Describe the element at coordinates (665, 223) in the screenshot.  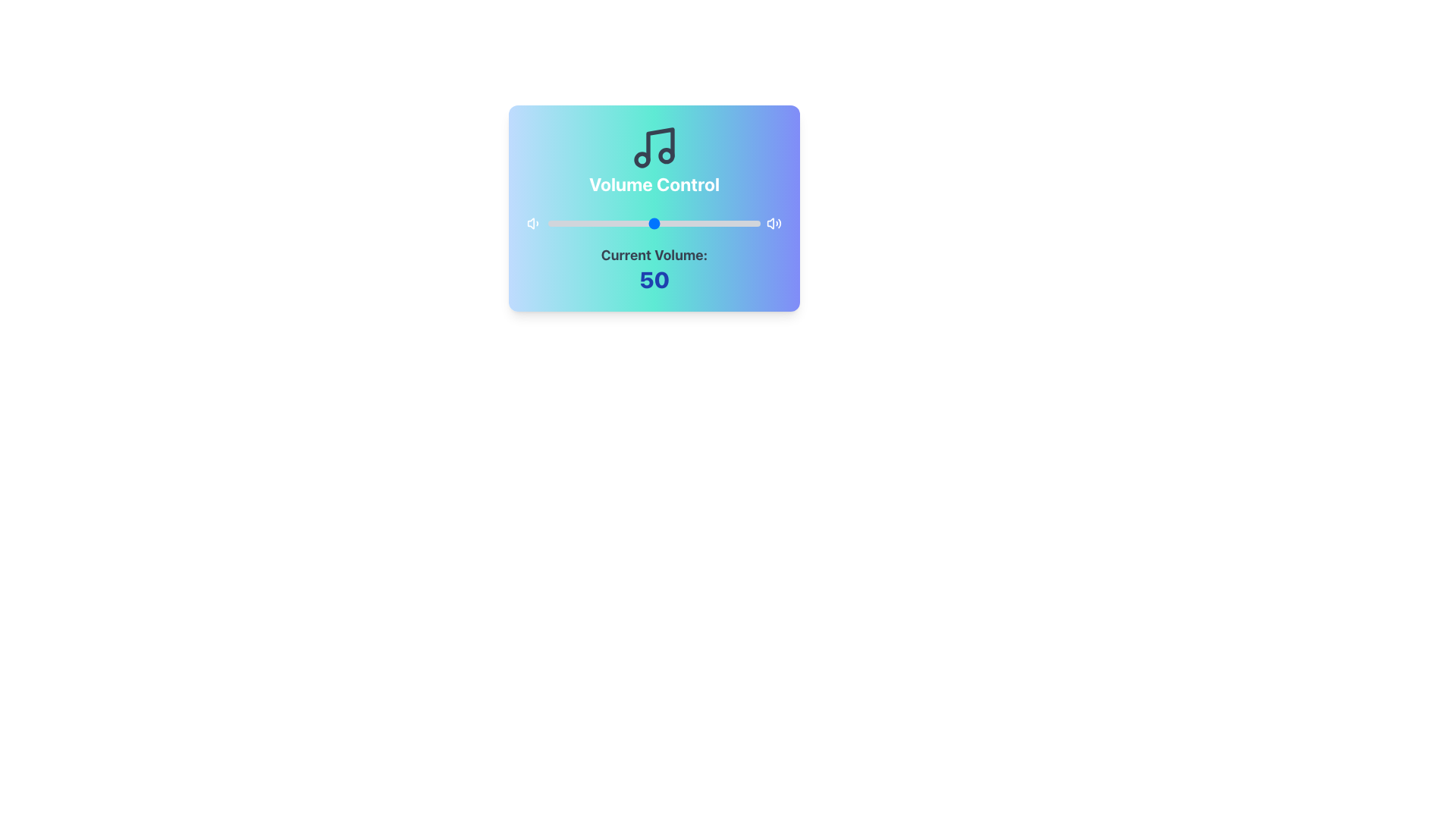
I see `the slider` at that location.